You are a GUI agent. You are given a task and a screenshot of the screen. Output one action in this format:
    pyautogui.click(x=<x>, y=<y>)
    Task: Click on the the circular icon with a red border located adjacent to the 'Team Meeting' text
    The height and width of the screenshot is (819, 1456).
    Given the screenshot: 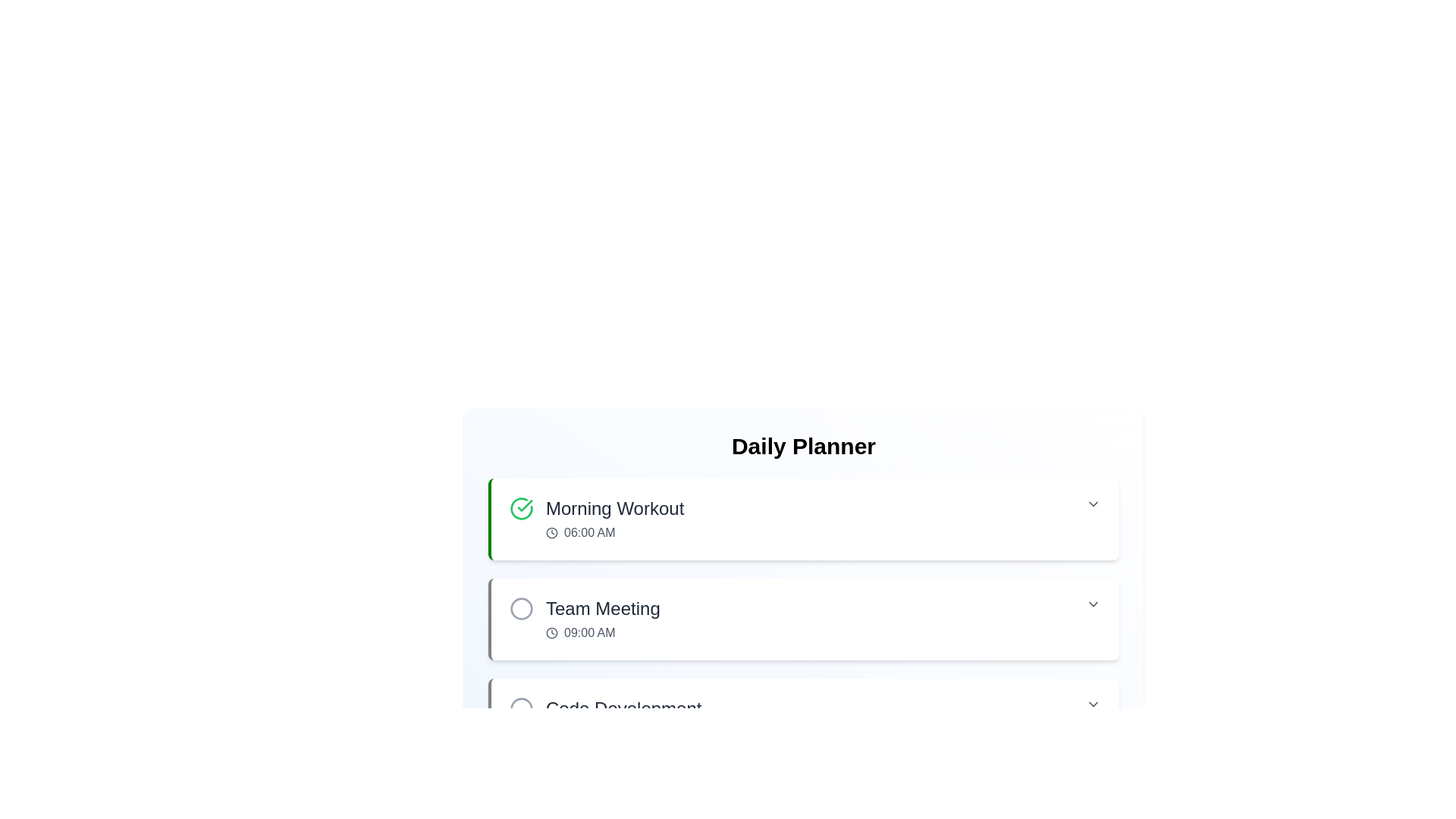 What is the action you would take?
    pyautogui.click(x=521, y=607)
    